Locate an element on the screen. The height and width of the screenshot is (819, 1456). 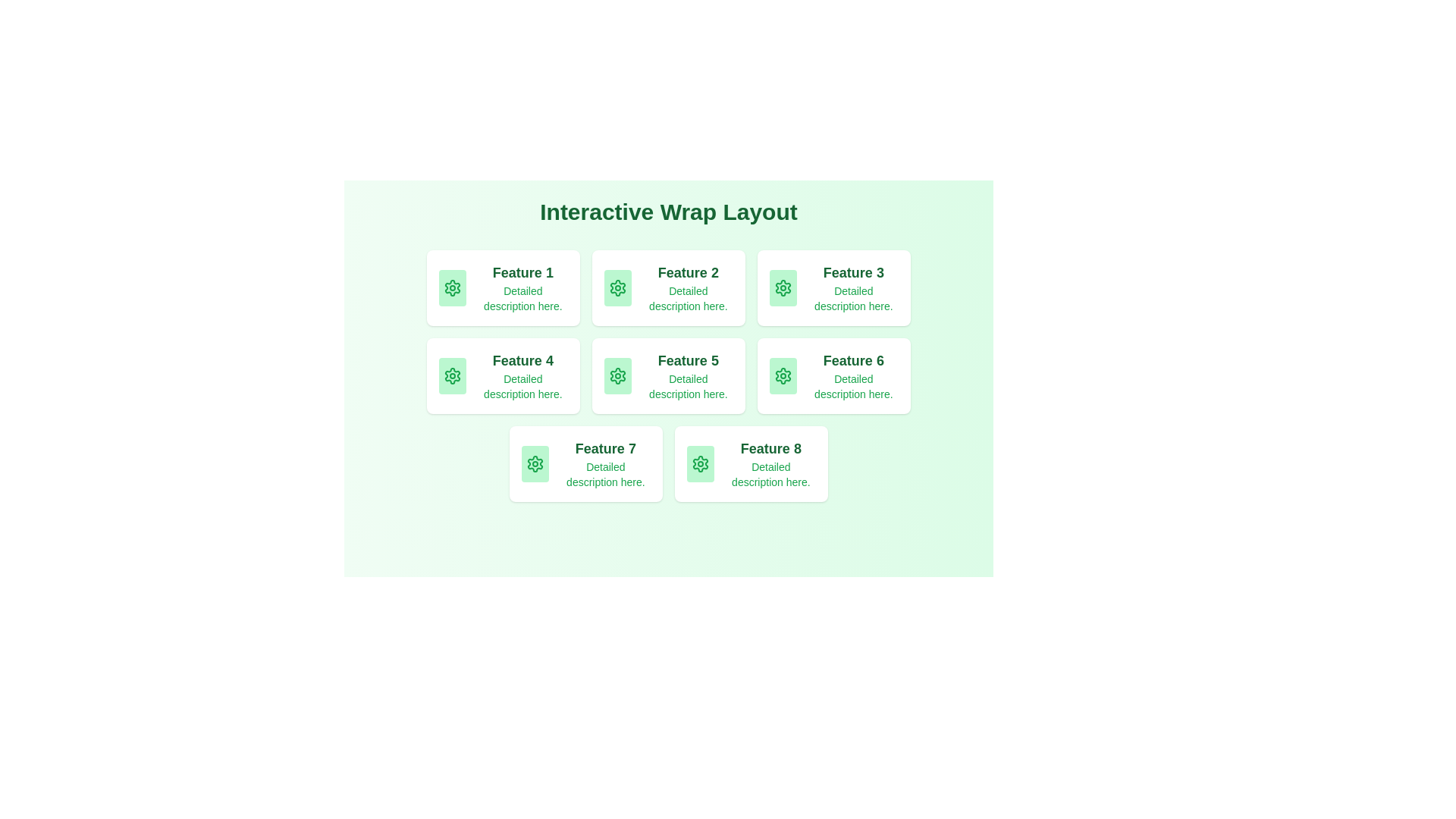
information displayed in the Text Block titled 'Feature 1' located in the first cell of the grid layout is located at coordinates (522, 288).